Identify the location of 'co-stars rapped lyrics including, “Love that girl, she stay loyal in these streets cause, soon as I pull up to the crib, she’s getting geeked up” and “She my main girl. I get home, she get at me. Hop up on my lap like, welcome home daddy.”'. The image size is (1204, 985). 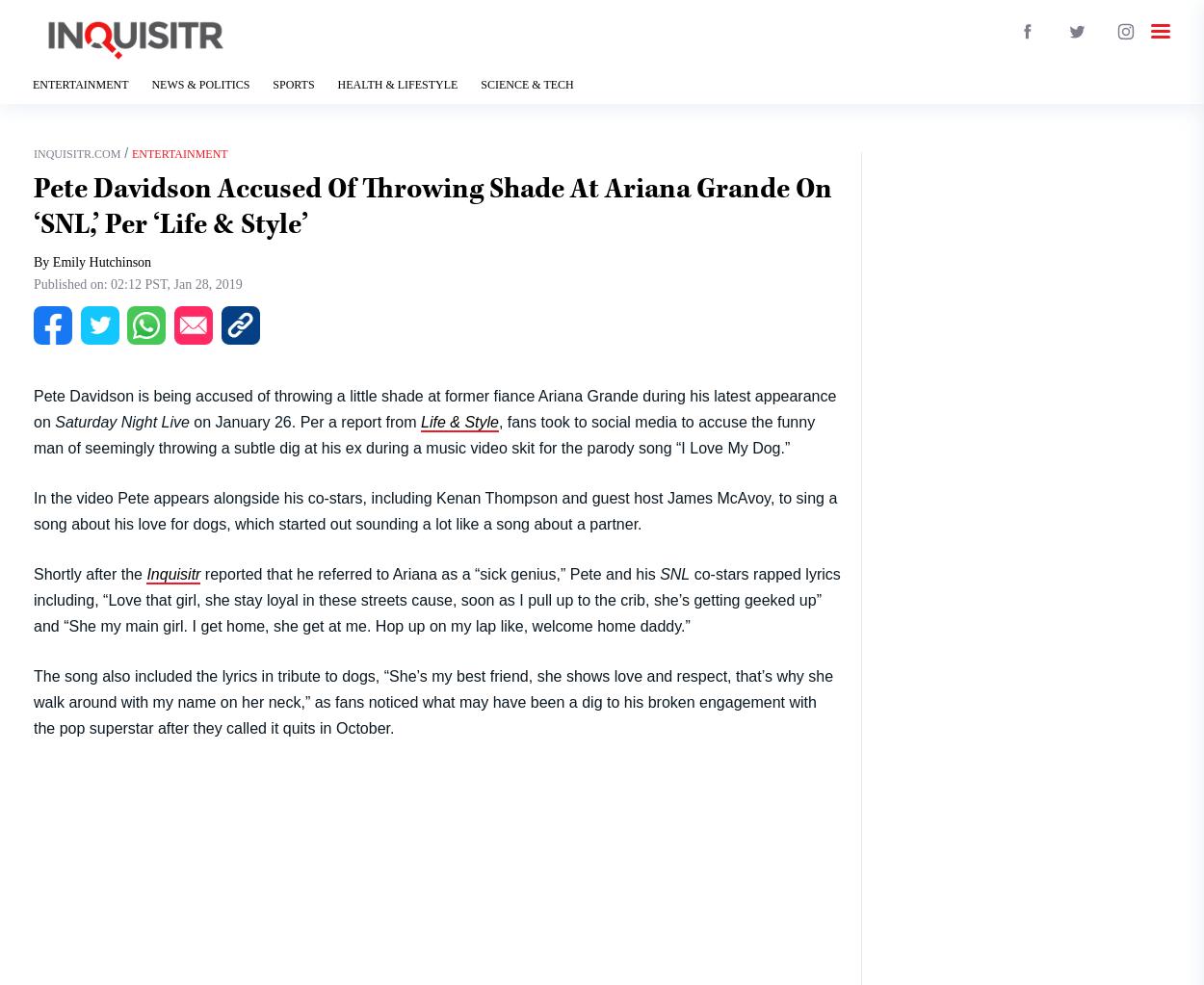
(435, 598).